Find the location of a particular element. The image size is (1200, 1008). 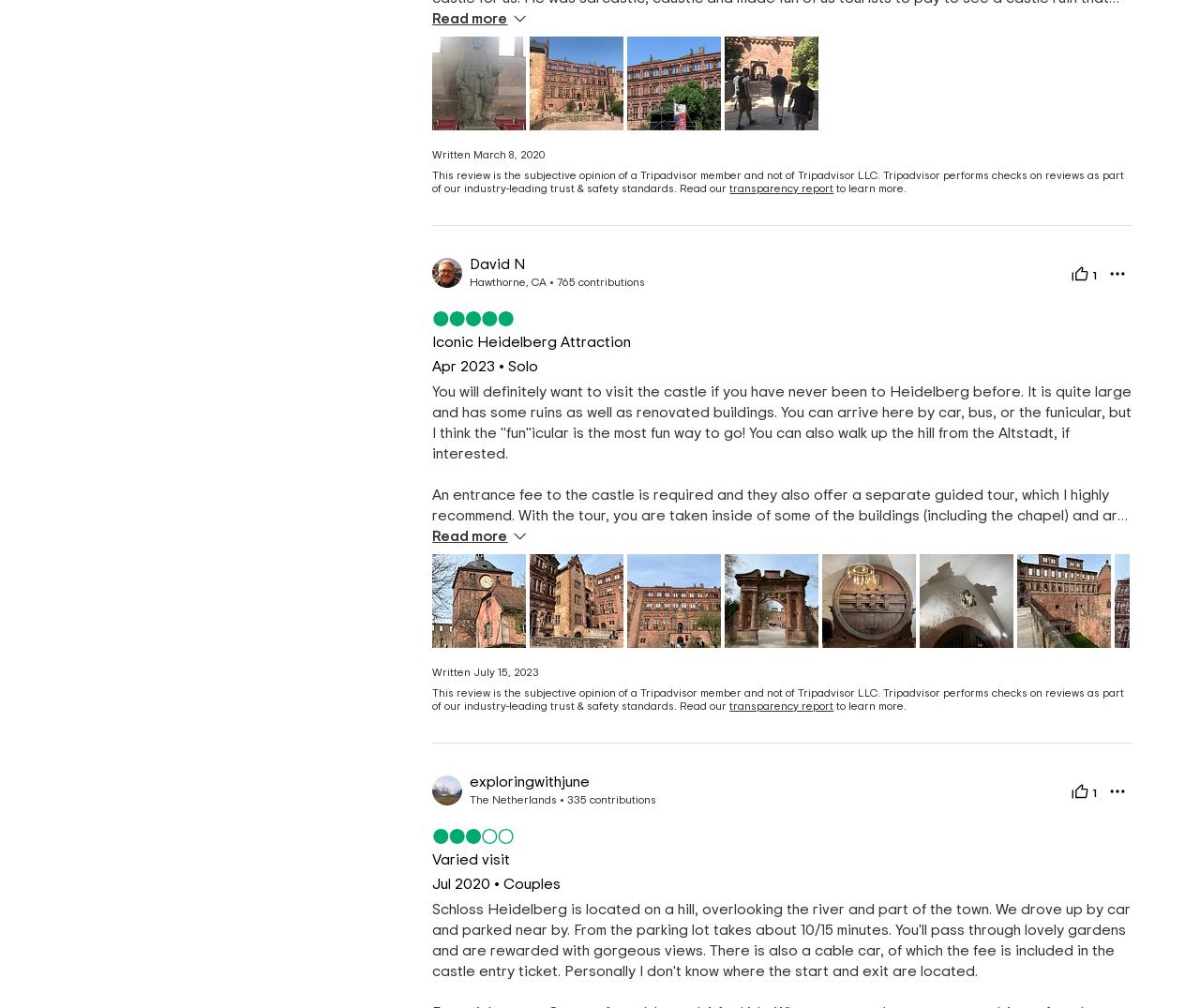

'exploringwithjune' is located at coordinates (528, 781).